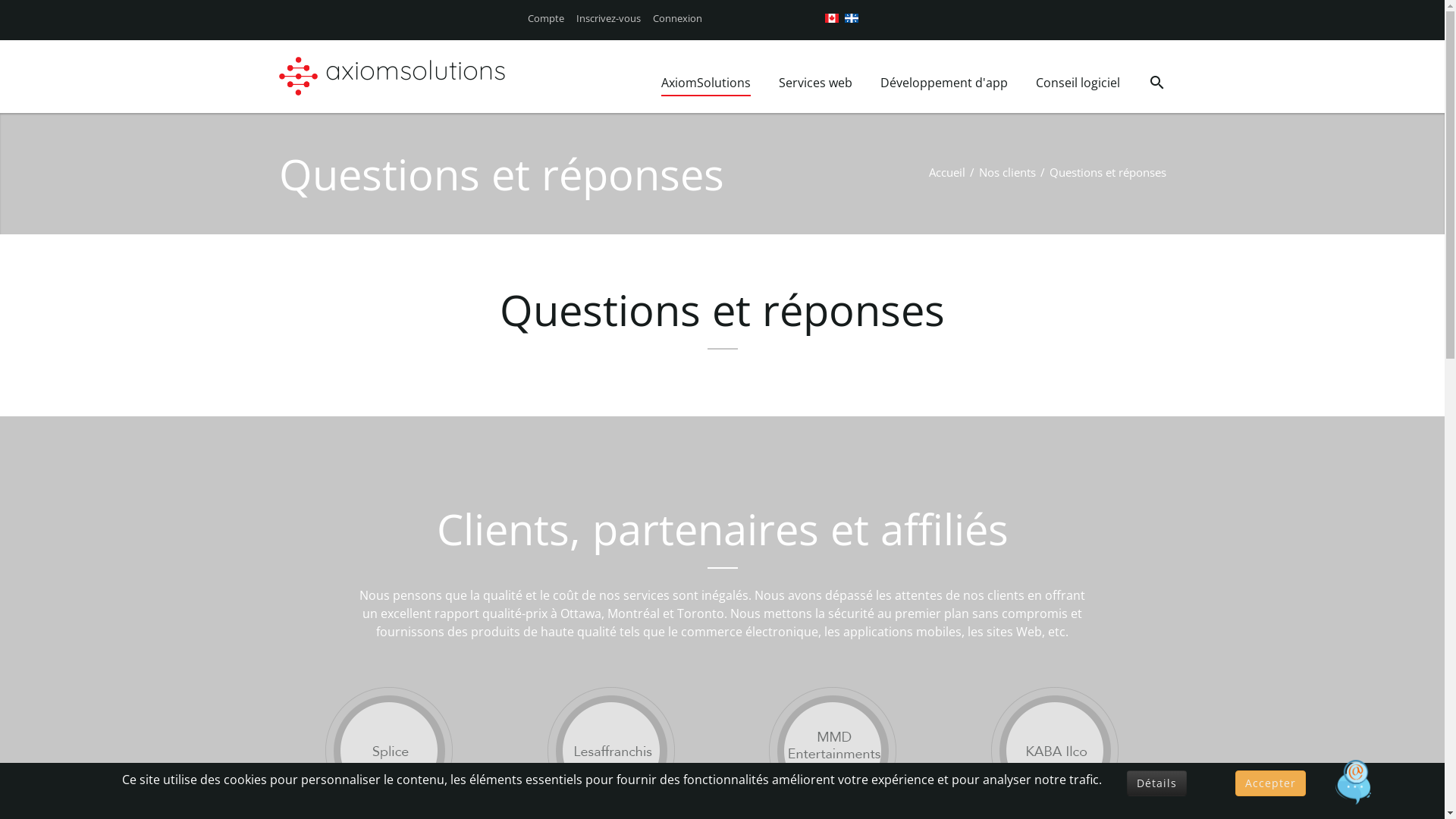 This screenshot has height=819, width=1456. What do you see at coordinates (323, 75) in the screenshot?
I see `'axiomsolutions'` at bounding box center [323, 75].